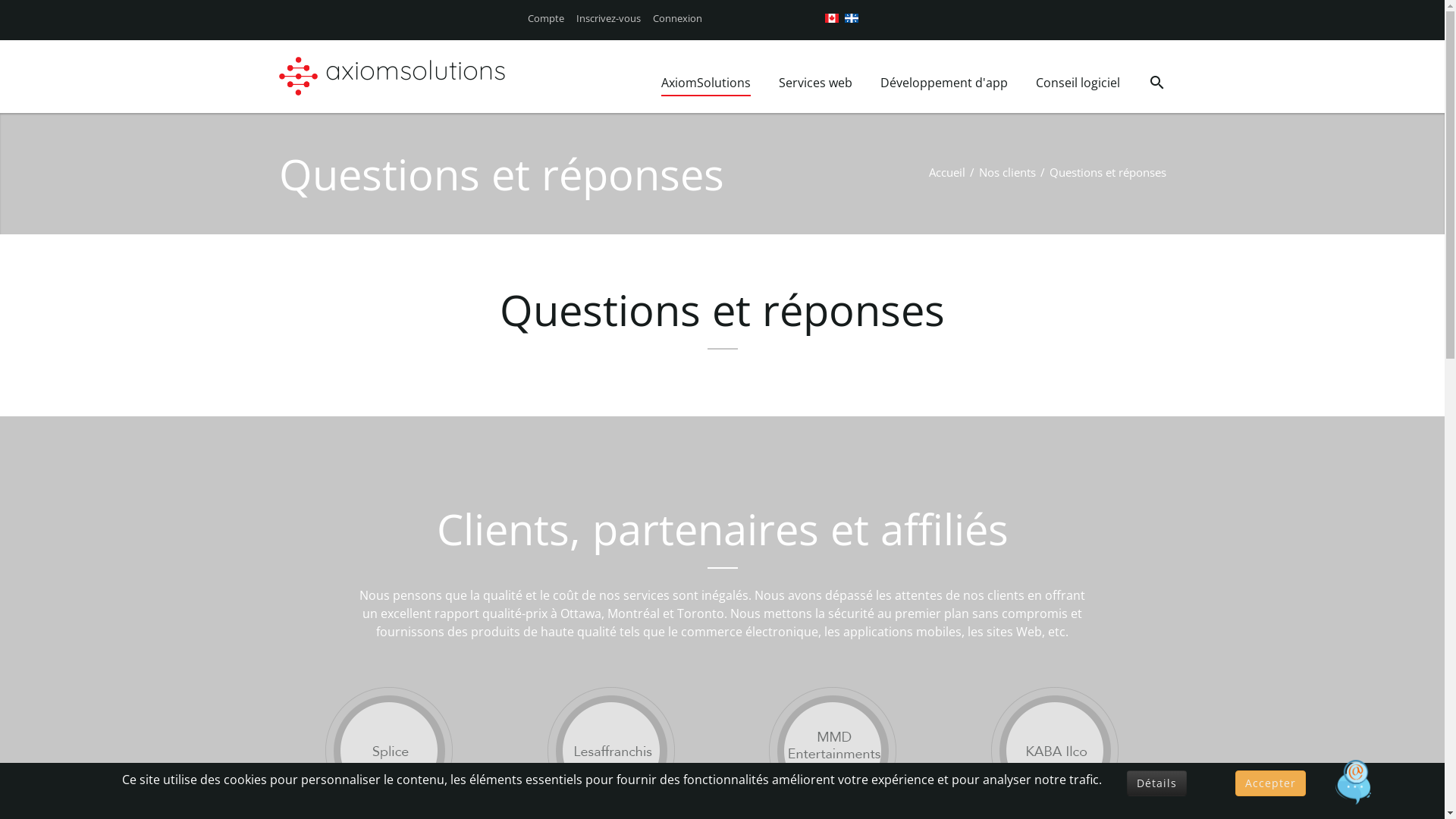 This screenshot has height=819, width=1456. What do you see at coordinates (323, 75) in the screenshot?
I see `'axiomsolutions'` at bounding box center [323, 75].